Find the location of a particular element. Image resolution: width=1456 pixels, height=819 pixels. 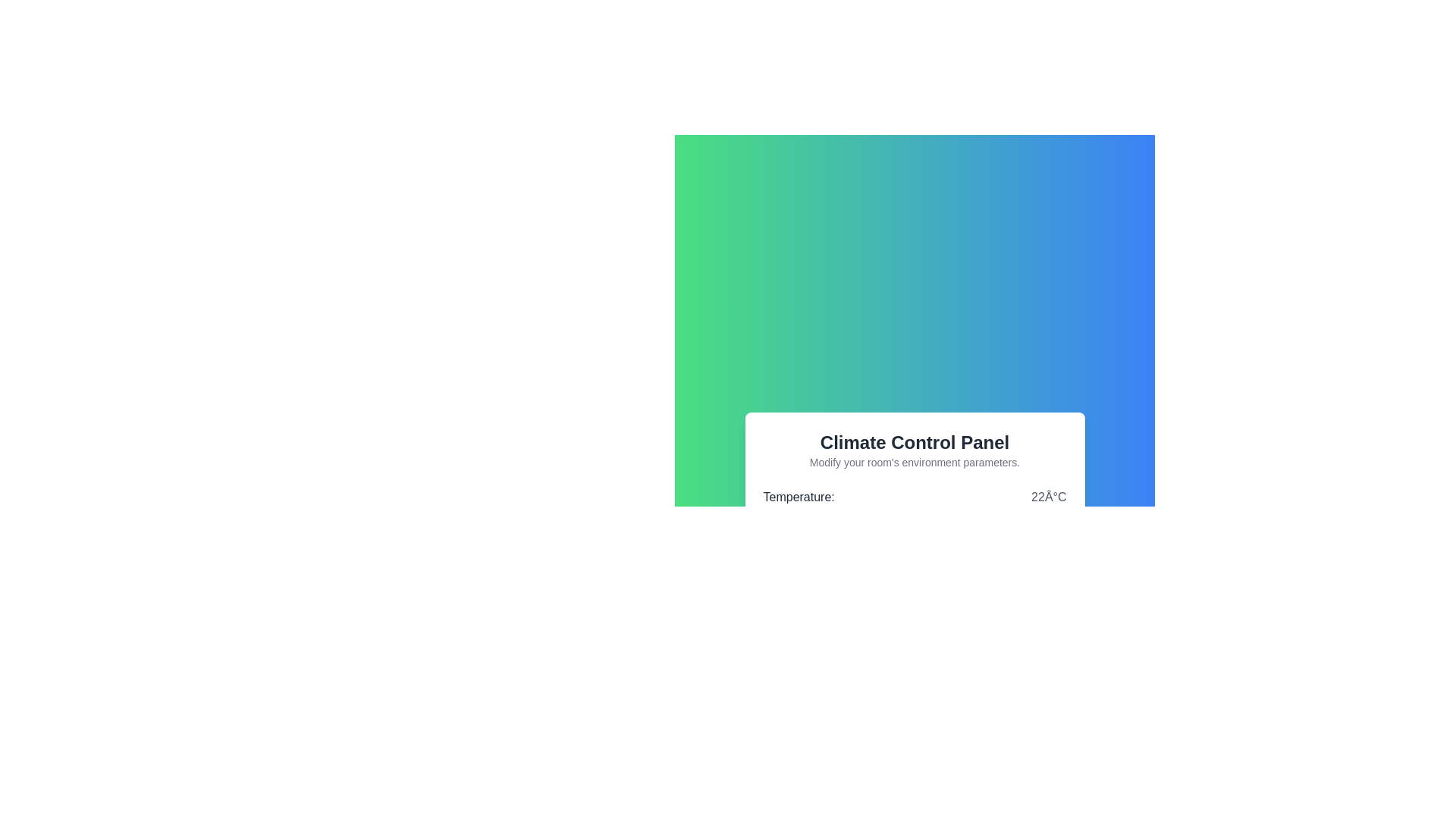

the heading or title element that serves as the title for the climate control section, positioned above the text 'Modify your room's environment parameters.' is located at coordinates (914, 442).